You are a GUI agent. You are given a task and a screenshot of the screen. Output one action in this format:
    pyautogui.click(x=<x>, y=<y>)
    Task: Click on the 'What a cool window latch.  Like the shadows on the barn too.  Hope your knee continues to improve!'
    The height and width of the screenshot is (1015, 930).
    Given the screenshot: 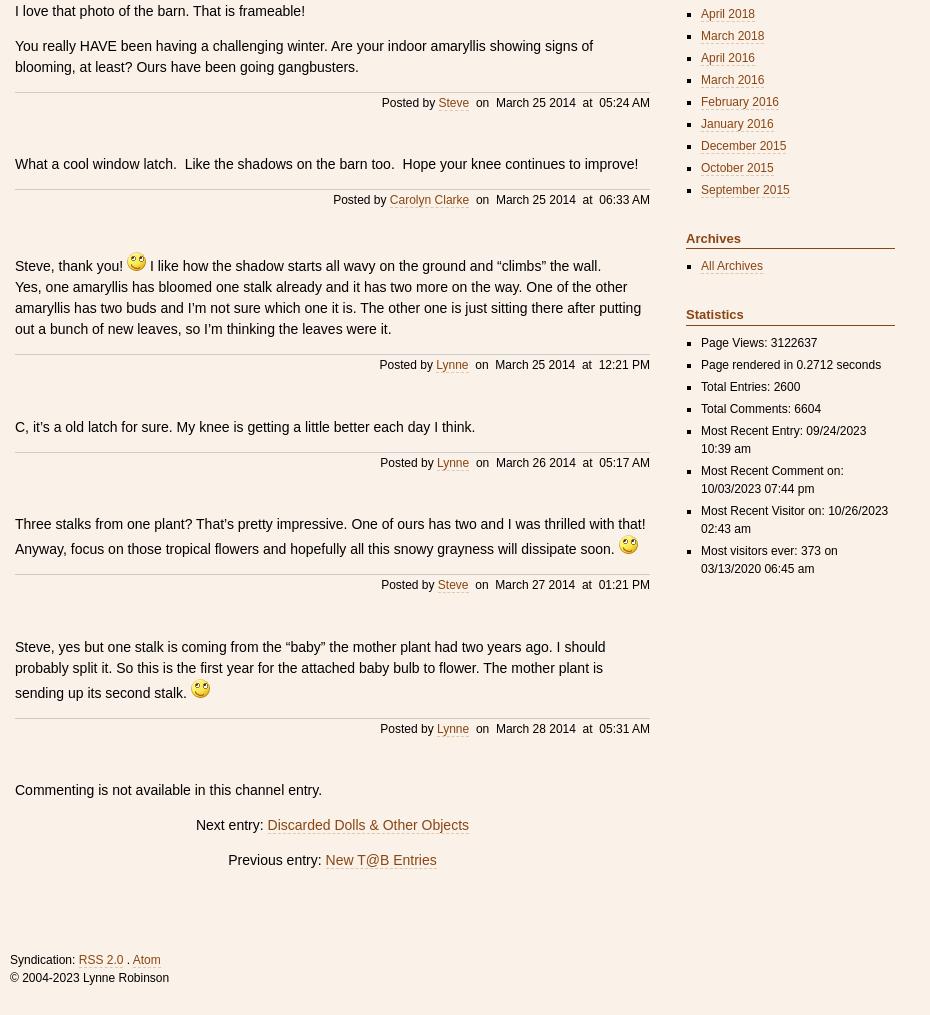 What is the action you would take?
    pyautogui.click(x=325, y=163)
    